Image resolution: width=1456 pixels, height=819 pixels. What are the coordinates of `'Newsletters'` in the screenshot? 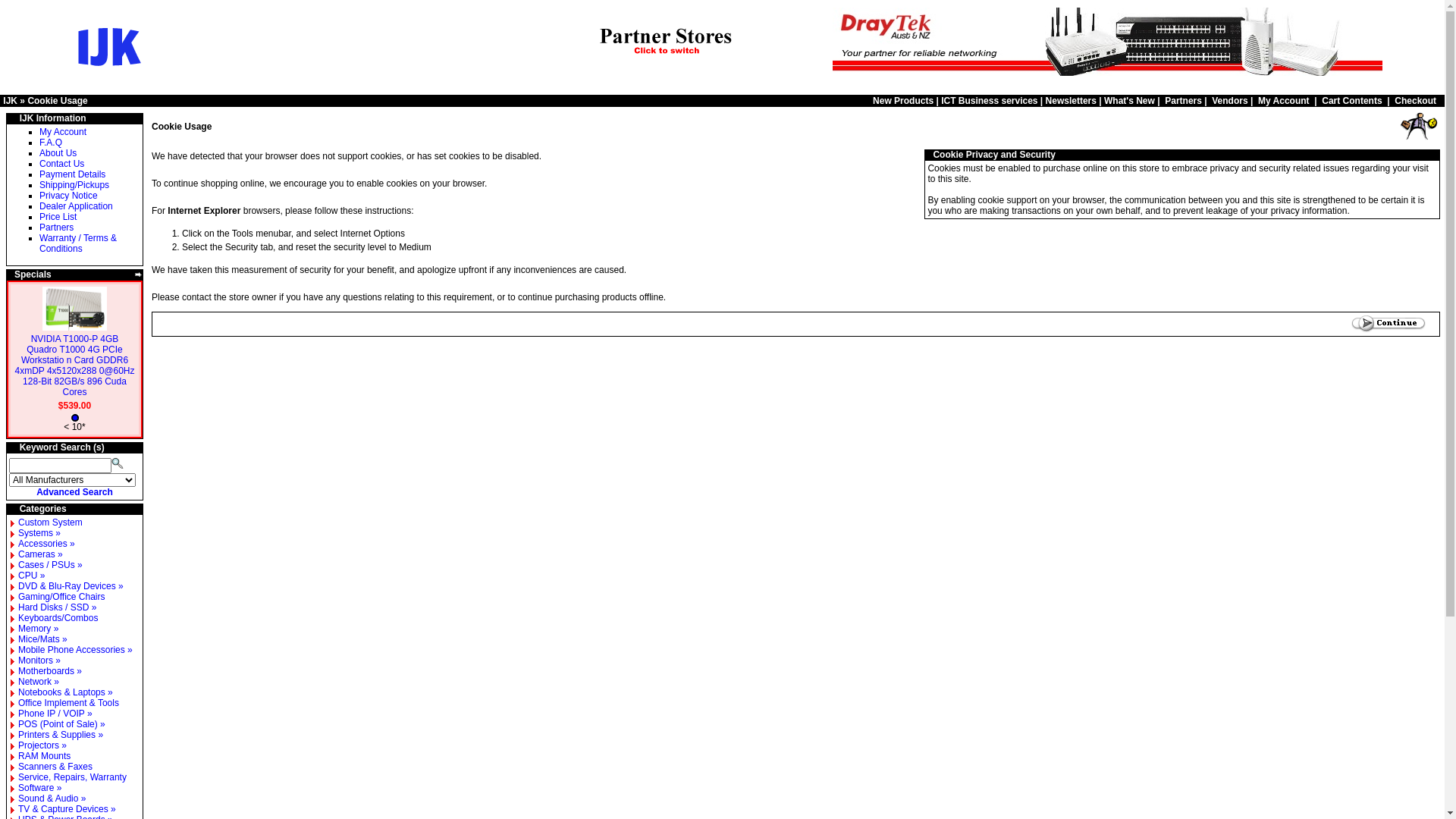 It's located at (1070, 100).